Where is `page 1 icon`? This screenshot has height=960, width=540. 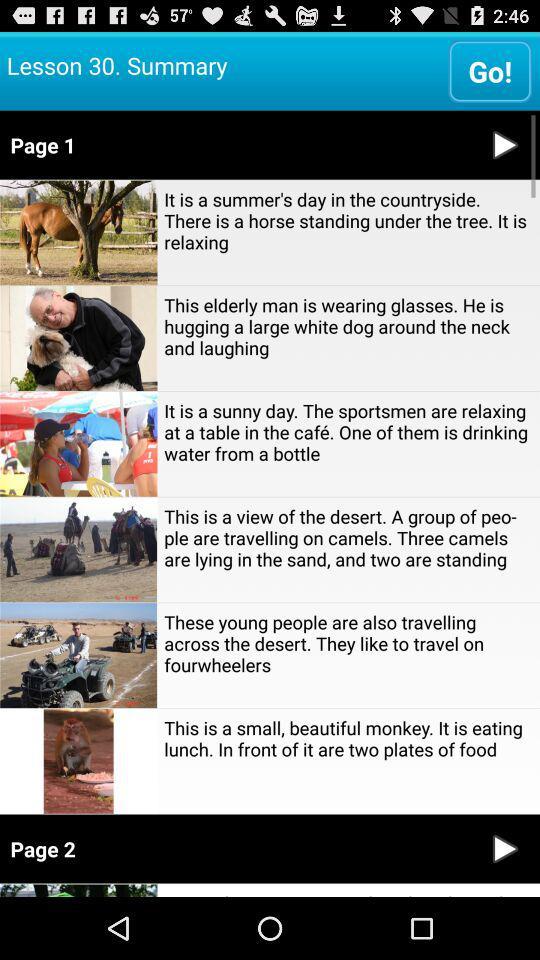
page 1 icon is located at coordinates (234, 143).